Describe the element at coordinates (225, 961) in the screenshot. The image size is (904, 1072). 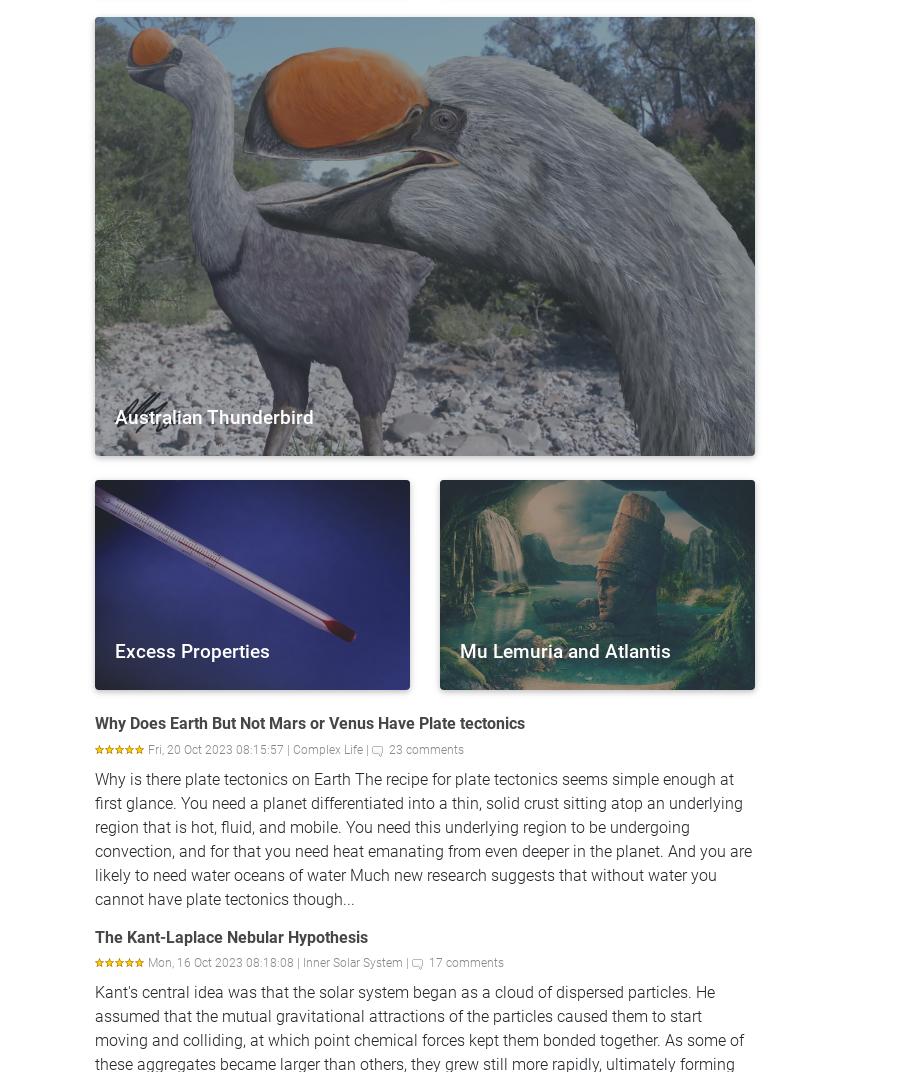
I see `'Mon, 16 Oct 2023 08:18:08                                    |'` at that location.